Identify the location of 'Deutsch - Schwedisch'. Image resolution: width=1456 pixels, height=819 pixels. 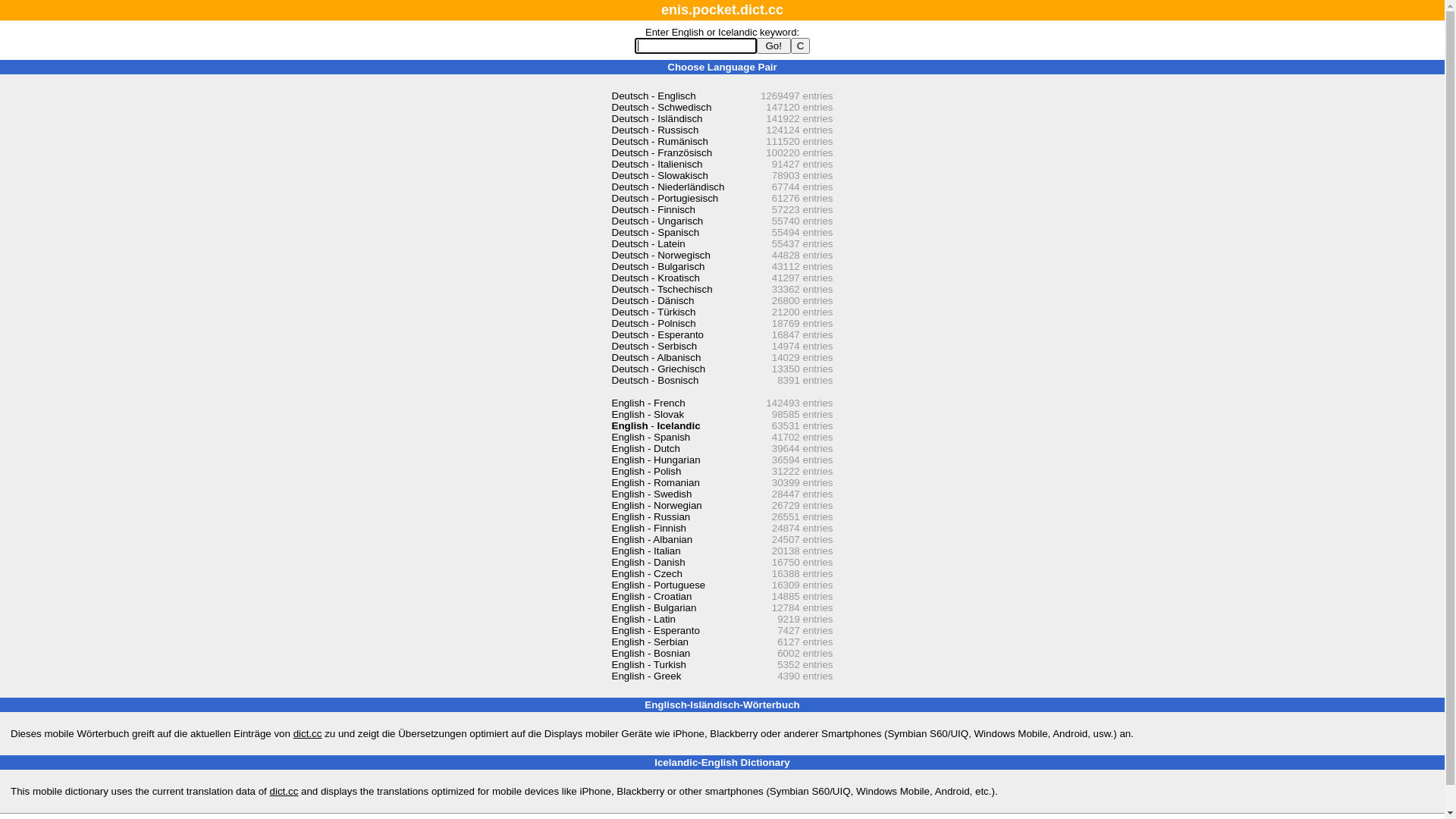
(661, 106).